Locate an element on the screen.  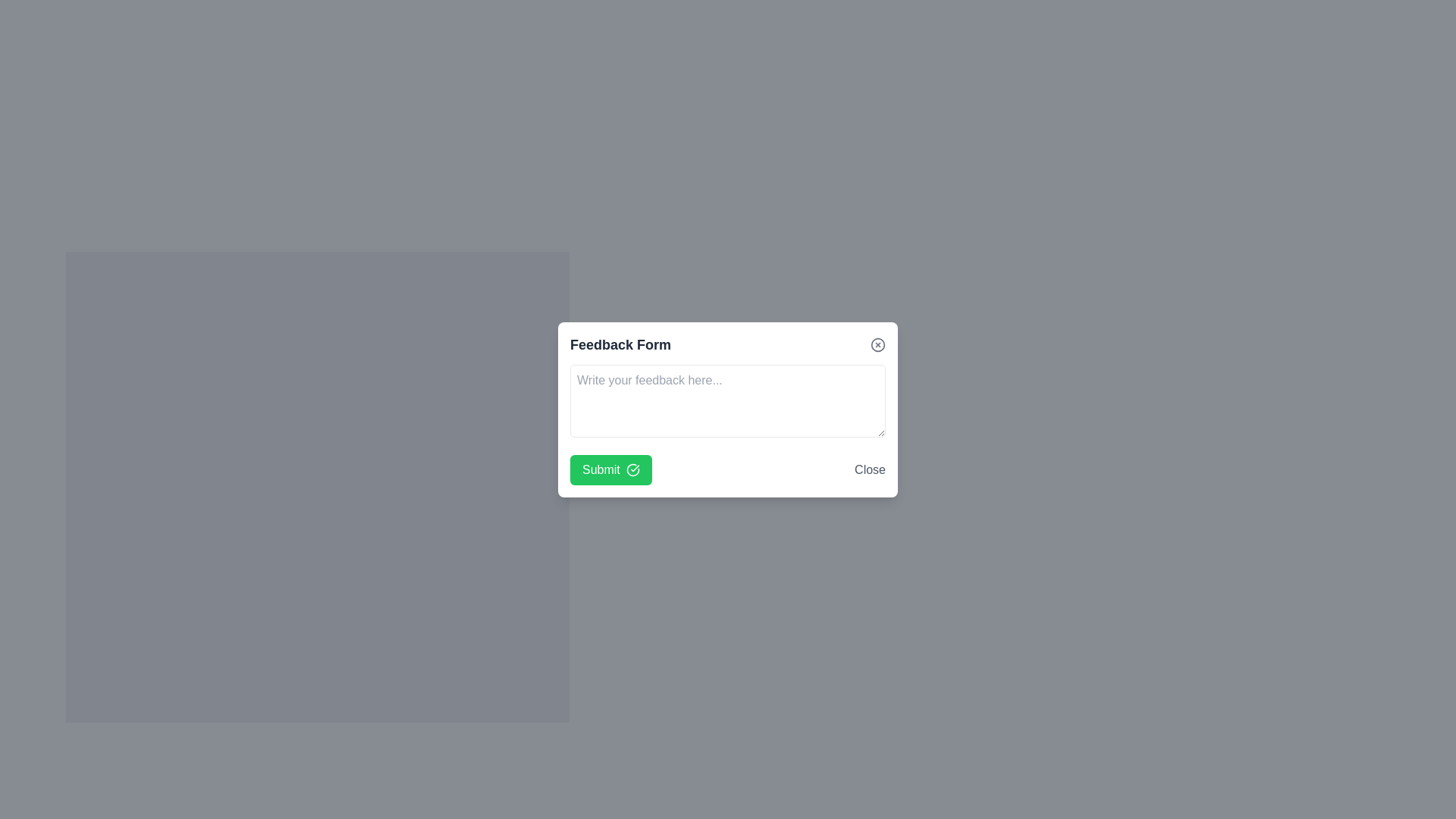
the 'Close' button to dismiss the dialog is located at coordinates (870, 469).